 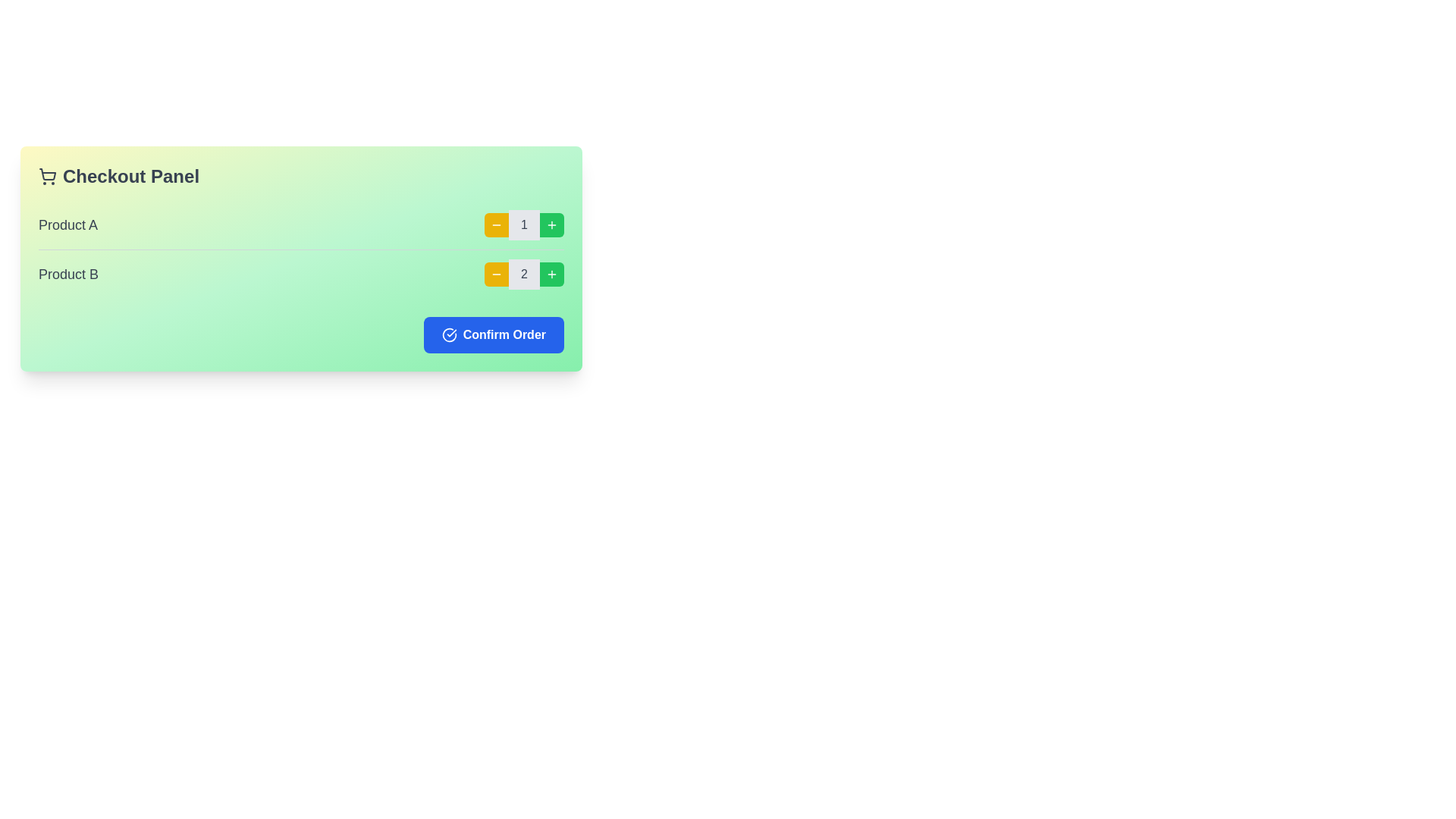 What do you see at coordinates (551, 225) in the screenshot?
I see `the increment button for 'Product A' to observe the color change, which is located immediately right of the gray label showing '1'` at bounding box center [551, 225].